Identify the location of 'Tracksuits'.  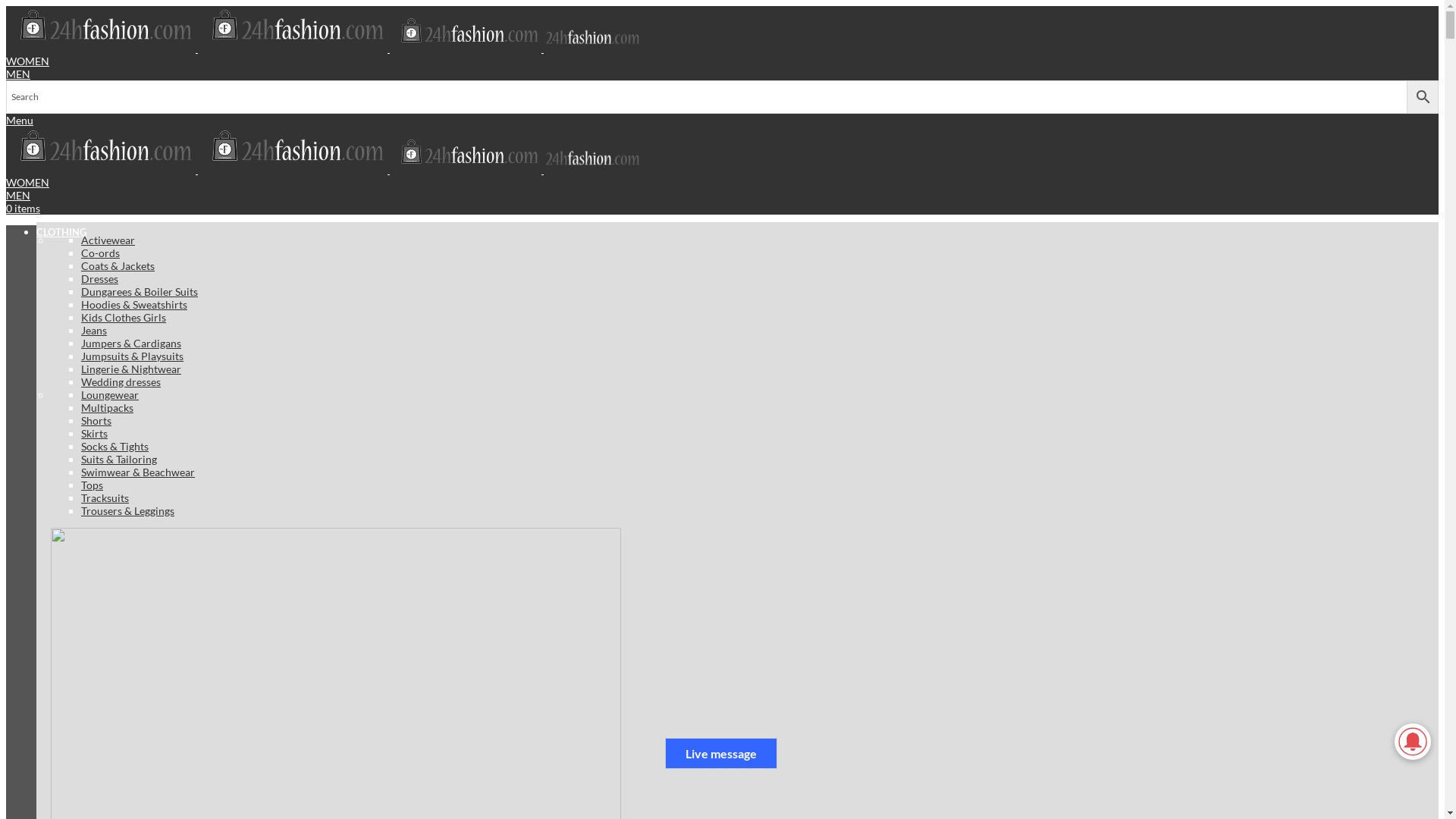
(104, 497).